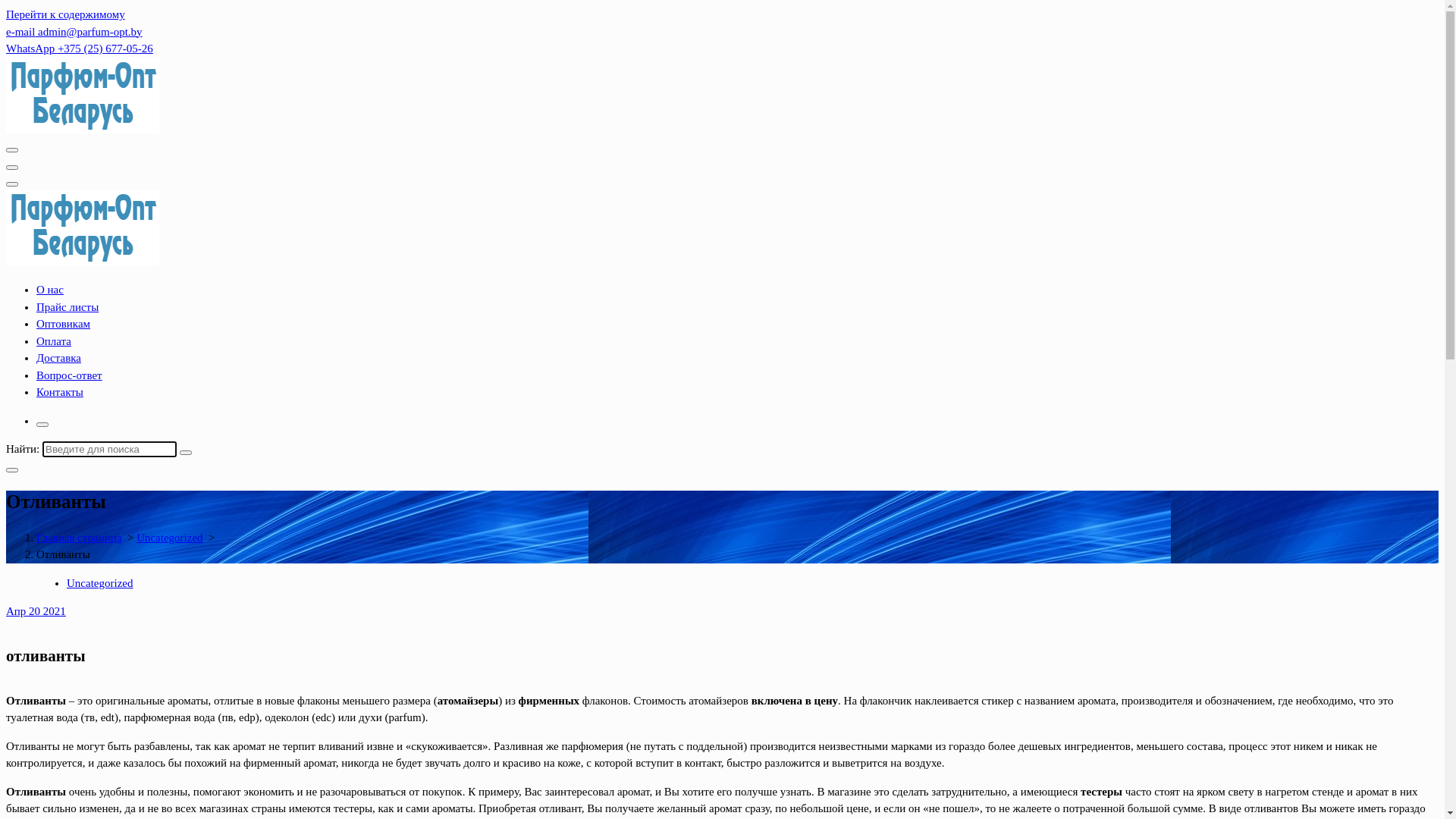 Image resolution: width=1456 pixels, height=819 pixels. Describe the element at coordinates (136, 536) in the screenshot. I see `'Uncategorized'` at that location.